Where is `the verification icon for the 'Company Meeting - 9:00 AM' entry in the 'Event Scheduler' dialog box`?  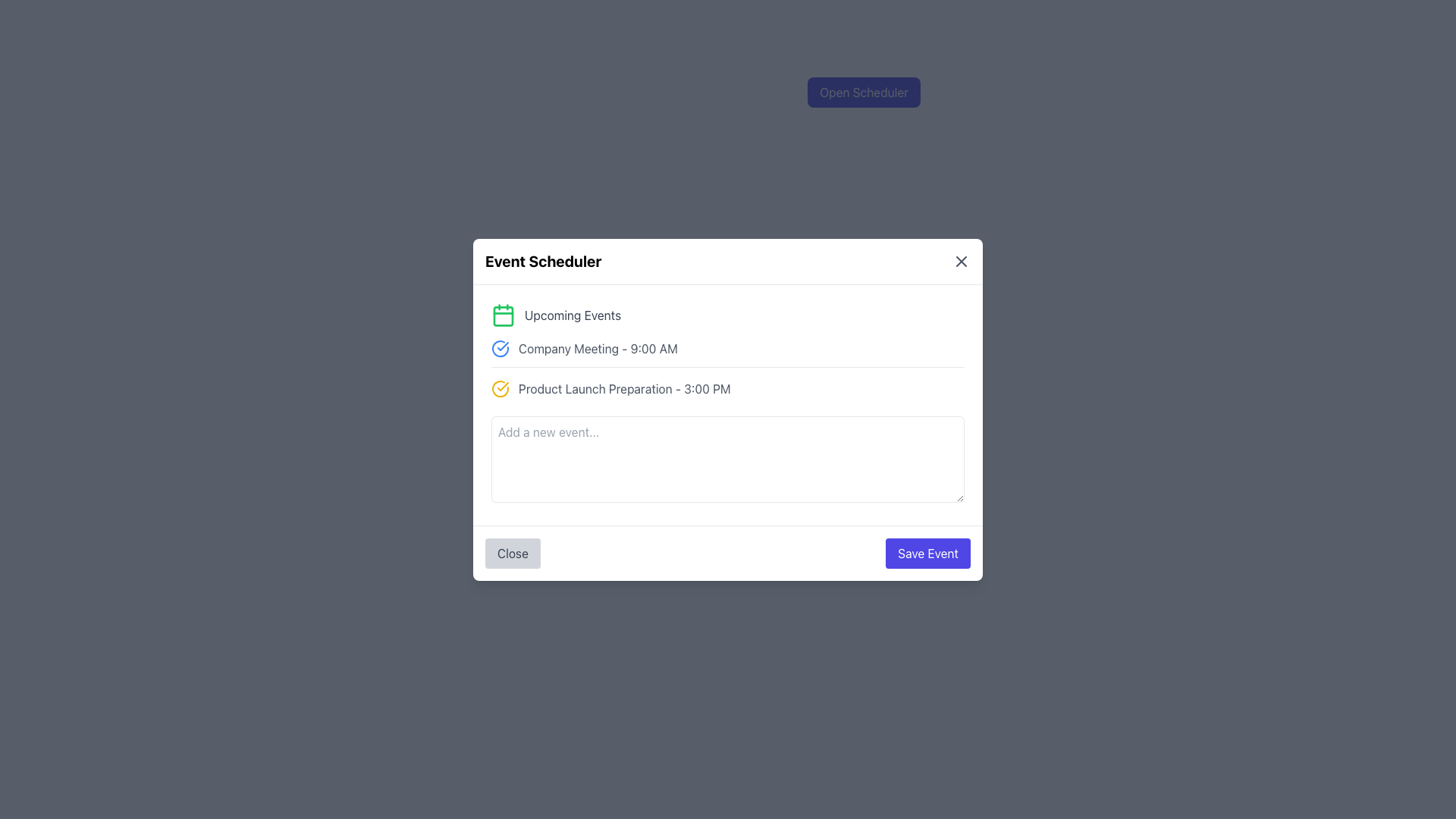 the verification icon for the 'Company Meeting - 9:00 AM' entry in the 'Event Scheduler' dialog box is located at coordinates (500, 348).